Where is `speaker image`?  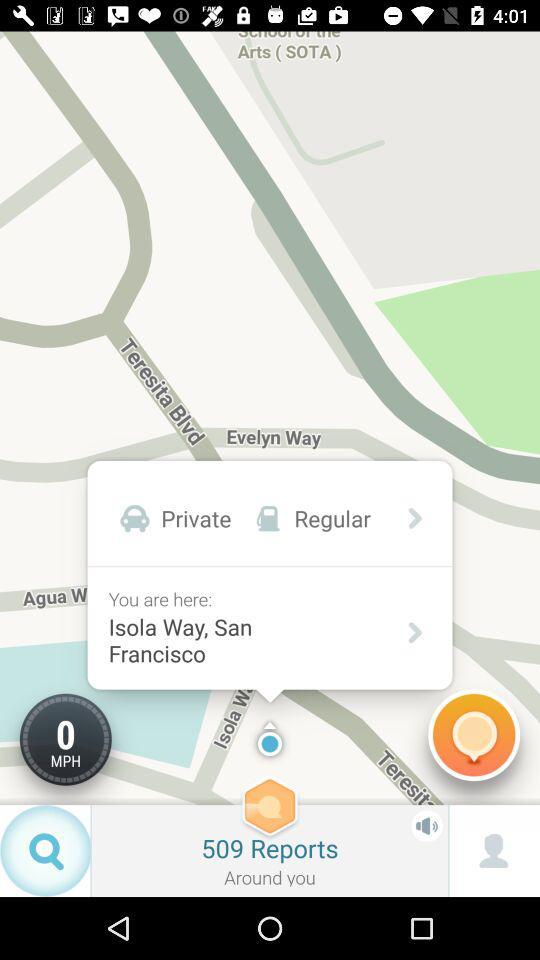
speaker image is located at coordinates (425, 825).